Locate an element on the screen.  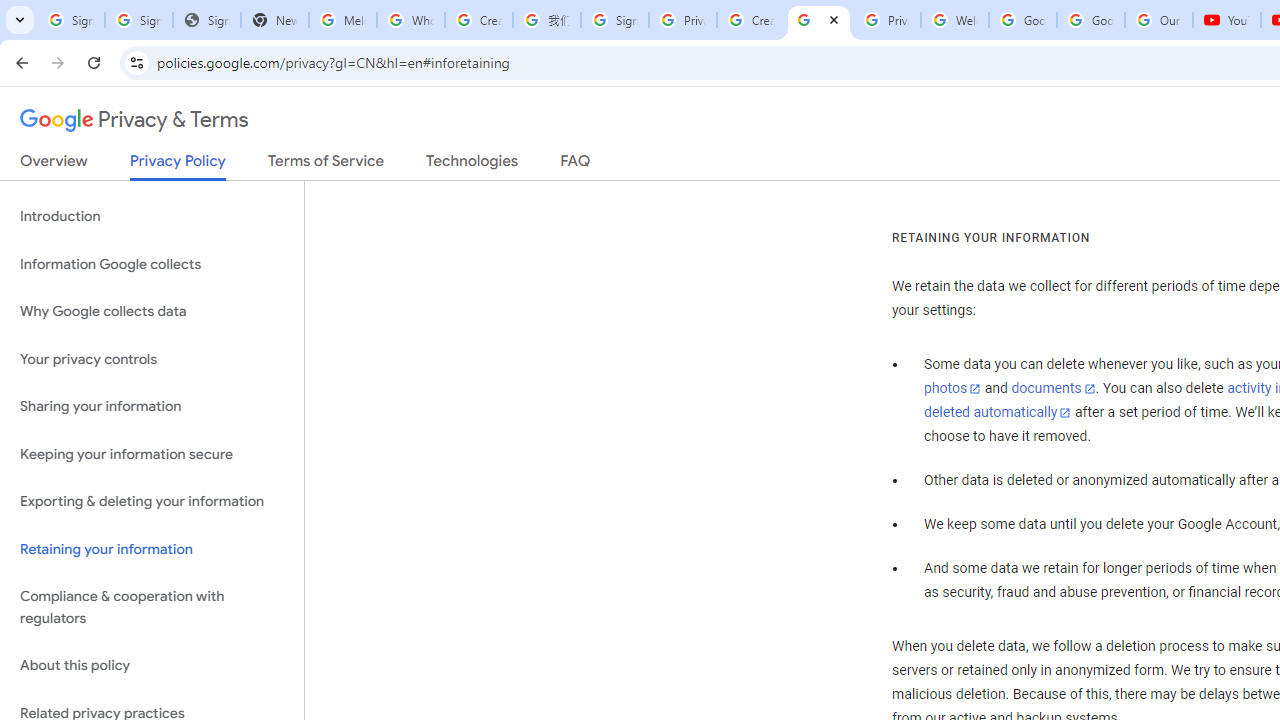
'documents' is located at coordinates (1052, 389).